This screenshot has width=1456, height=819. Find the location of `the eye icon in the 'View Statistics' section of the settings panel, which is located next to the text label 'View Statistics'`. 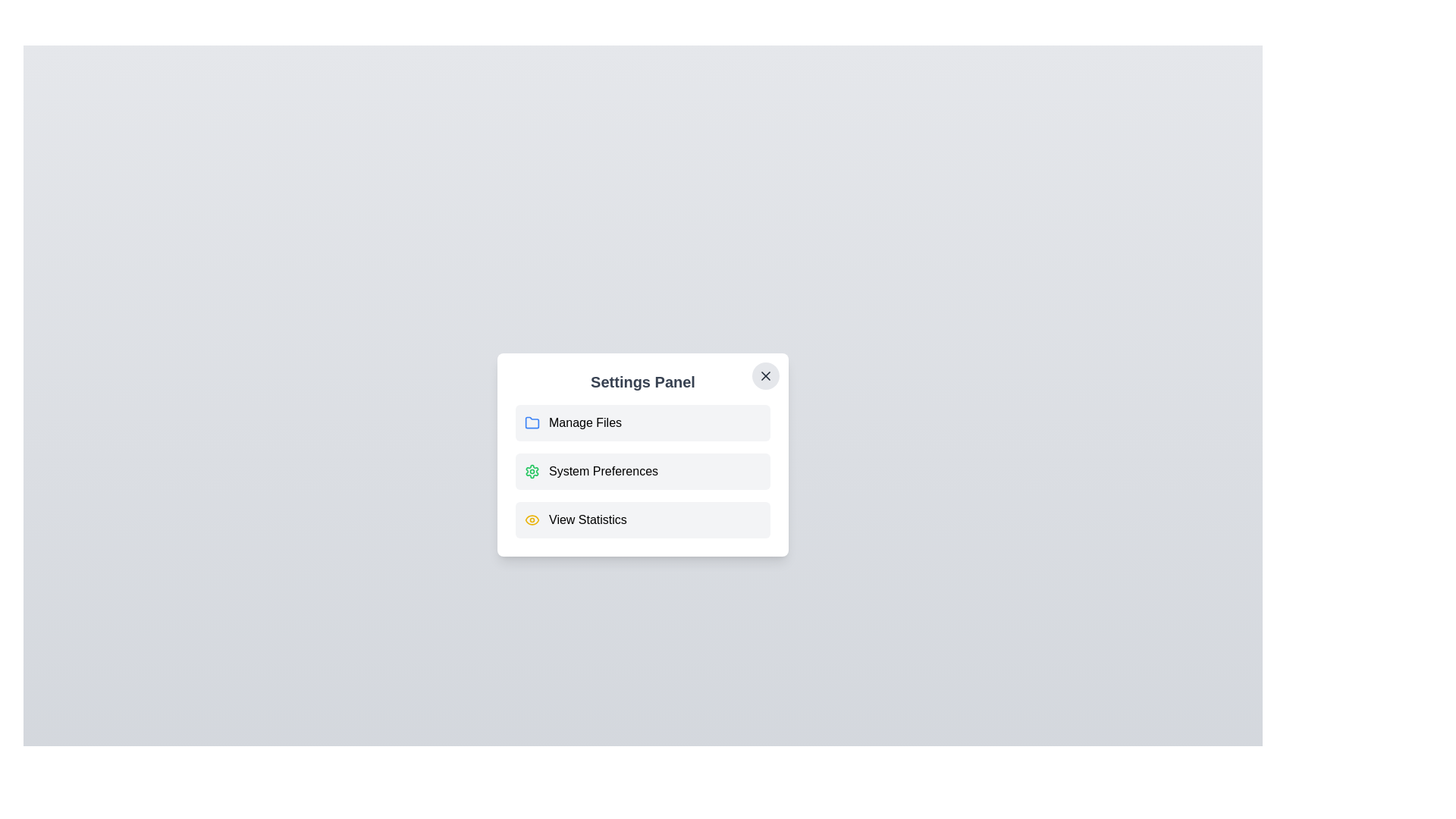

the eye icon in the 'View Statistics' section of the settings panel, which is located next to the text label 'View Statistics' is located at coordinates (532, 519).